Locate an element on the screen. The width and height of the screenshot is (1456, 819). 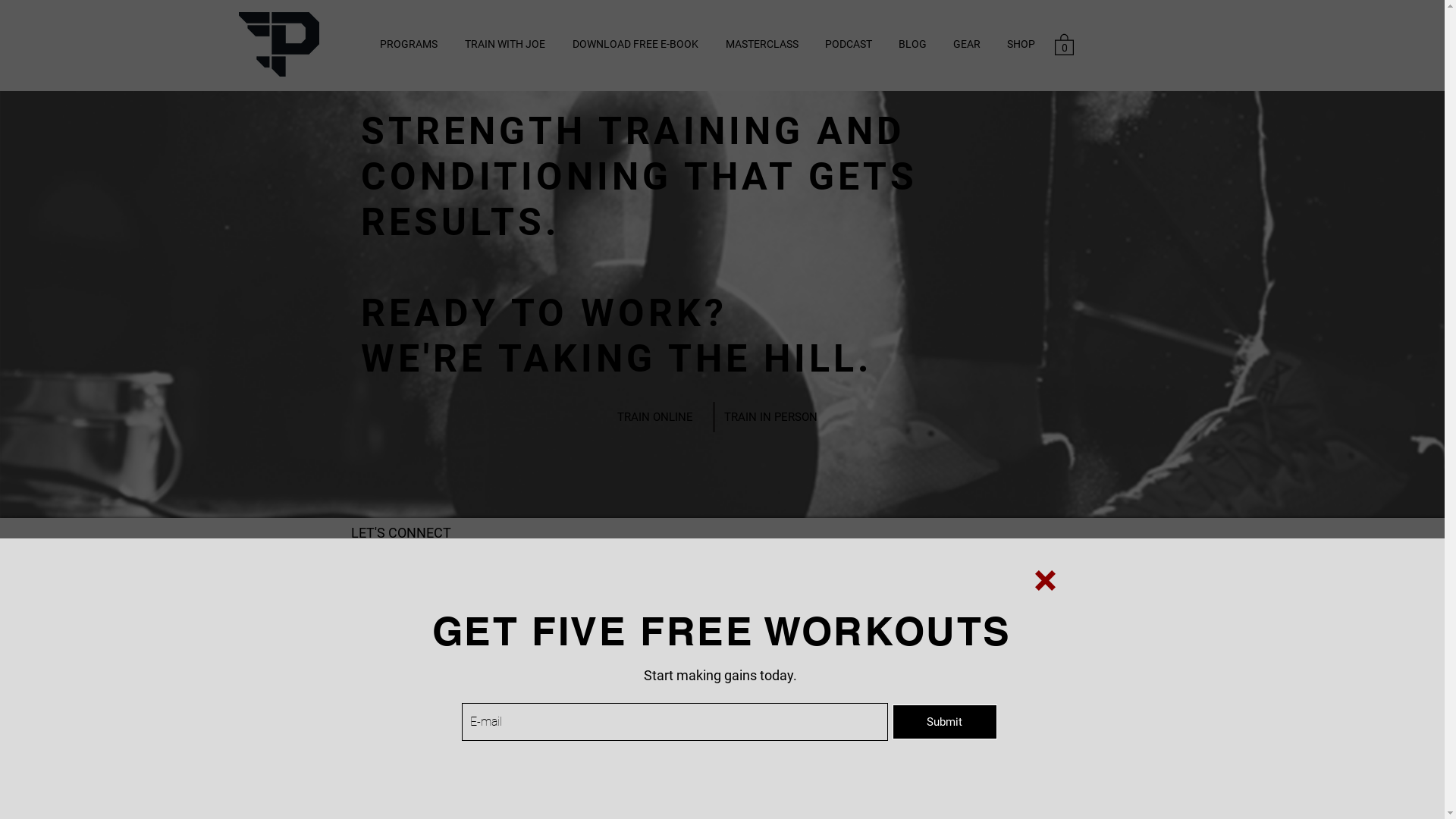
'MASTERCLASS' is located at coordinates (761, 43).